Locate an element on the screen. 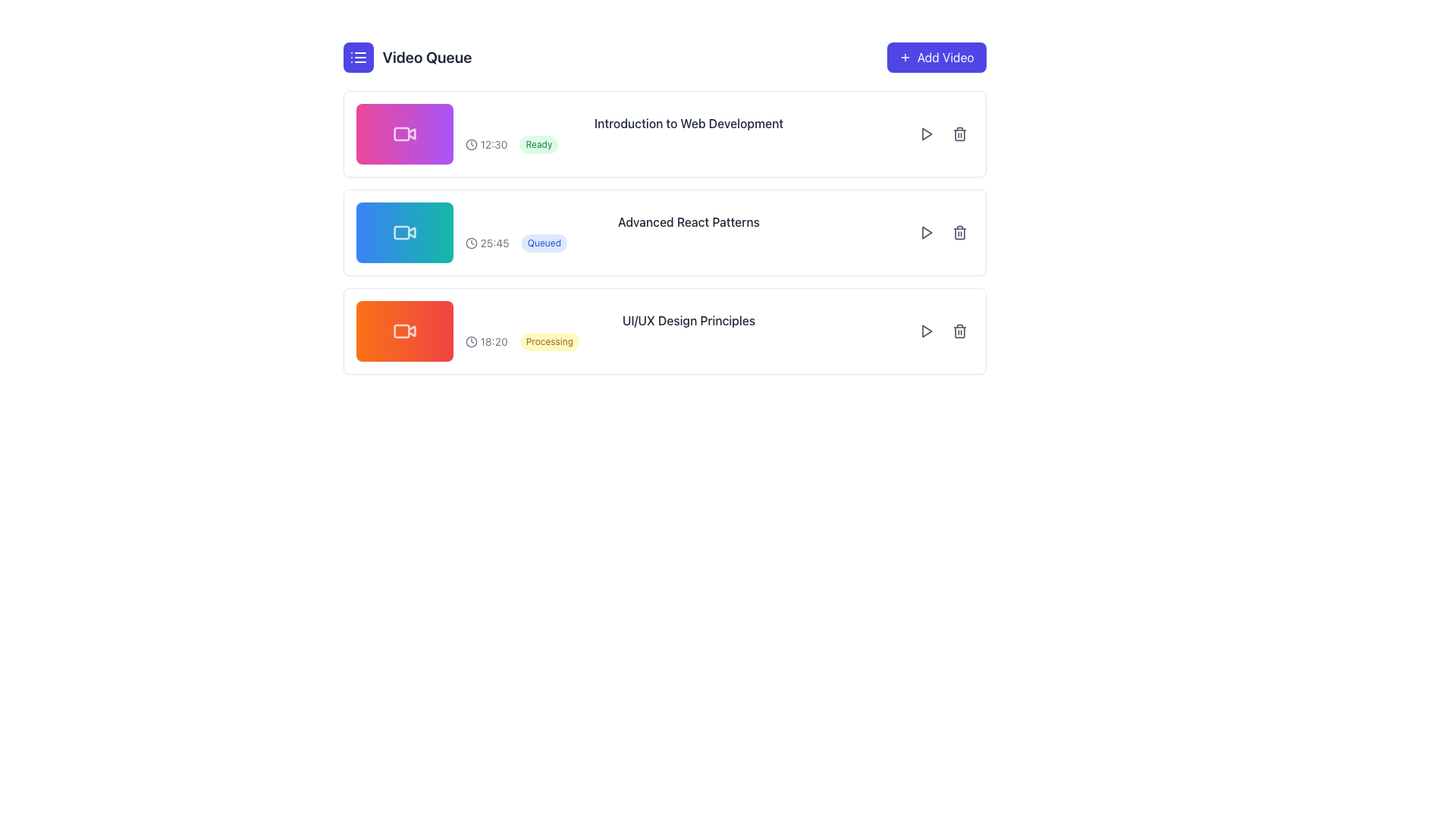 This screenshot has height=819, width=1456. the time-related icon located beside the text '25:45' in the second row of the video queue layout is located at coordinates (470, 242).